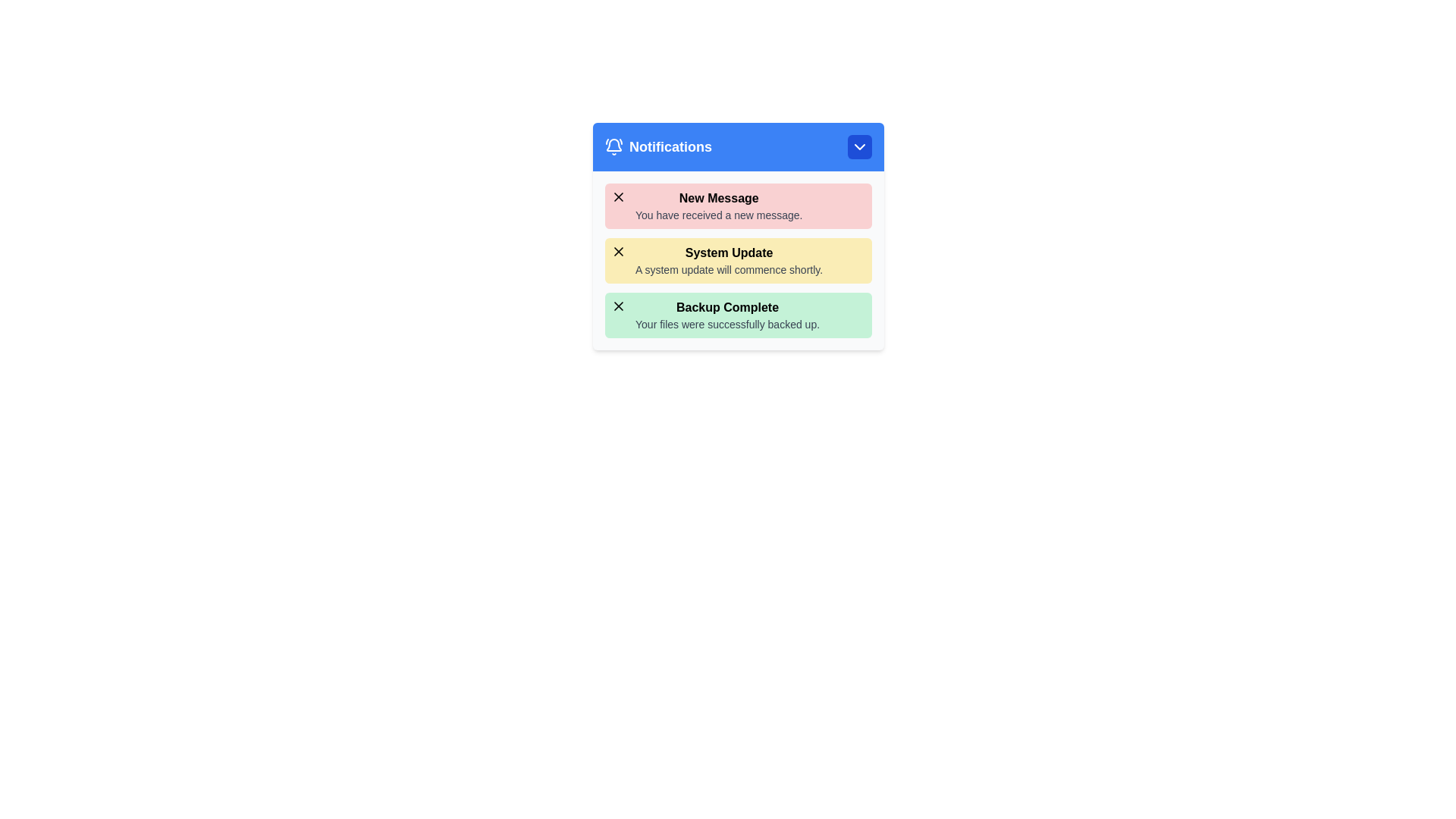 This screenshot has height=819, width=1456. Describe the element at coordinates (729, 253) in the screenshot. I see `the 'System Update' text label, which is the title for the second notification in the list, featuring a bold font style and a light yellow background` at that location.